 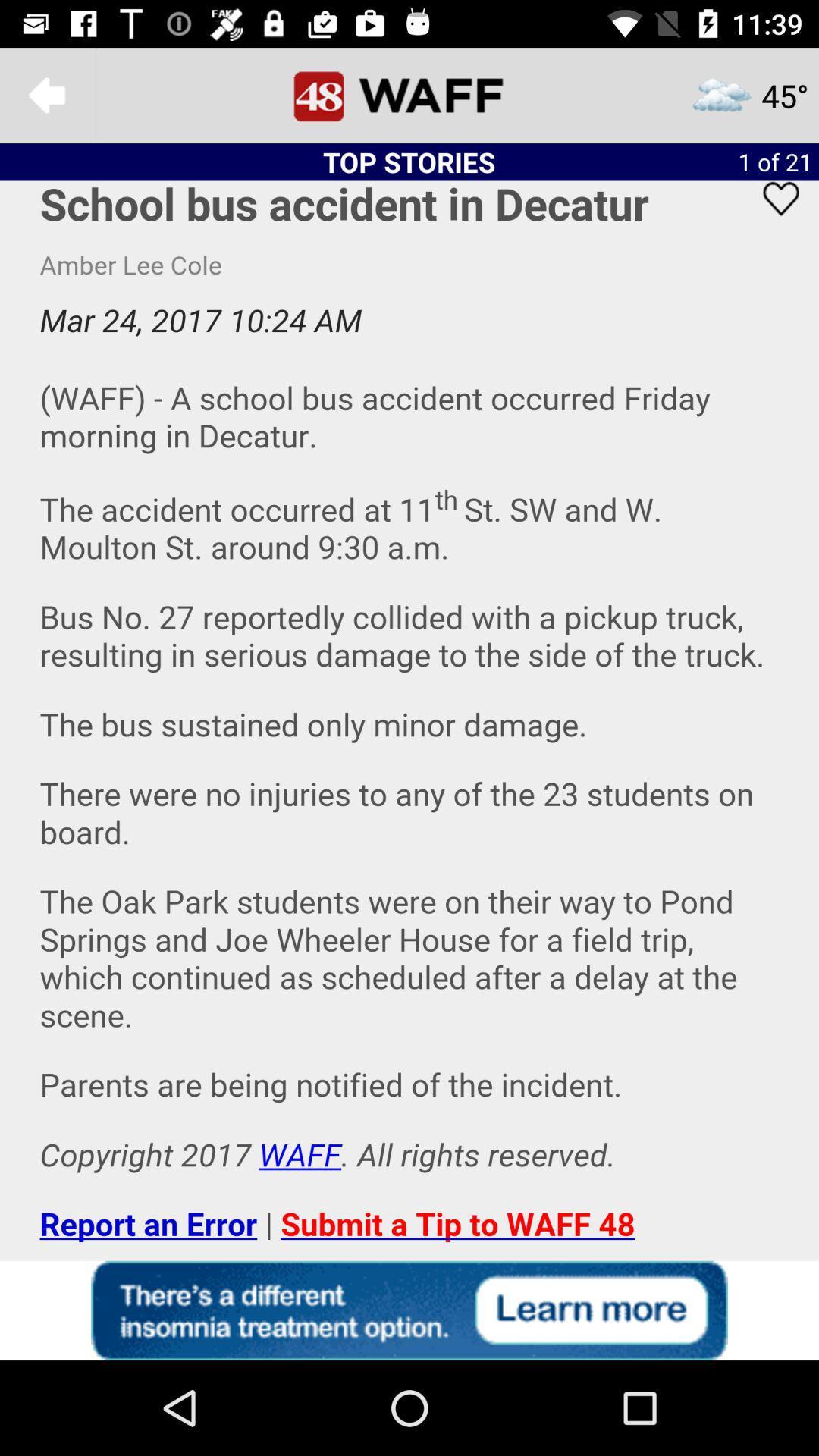 I want to click on article, so click(x=771, y=218).